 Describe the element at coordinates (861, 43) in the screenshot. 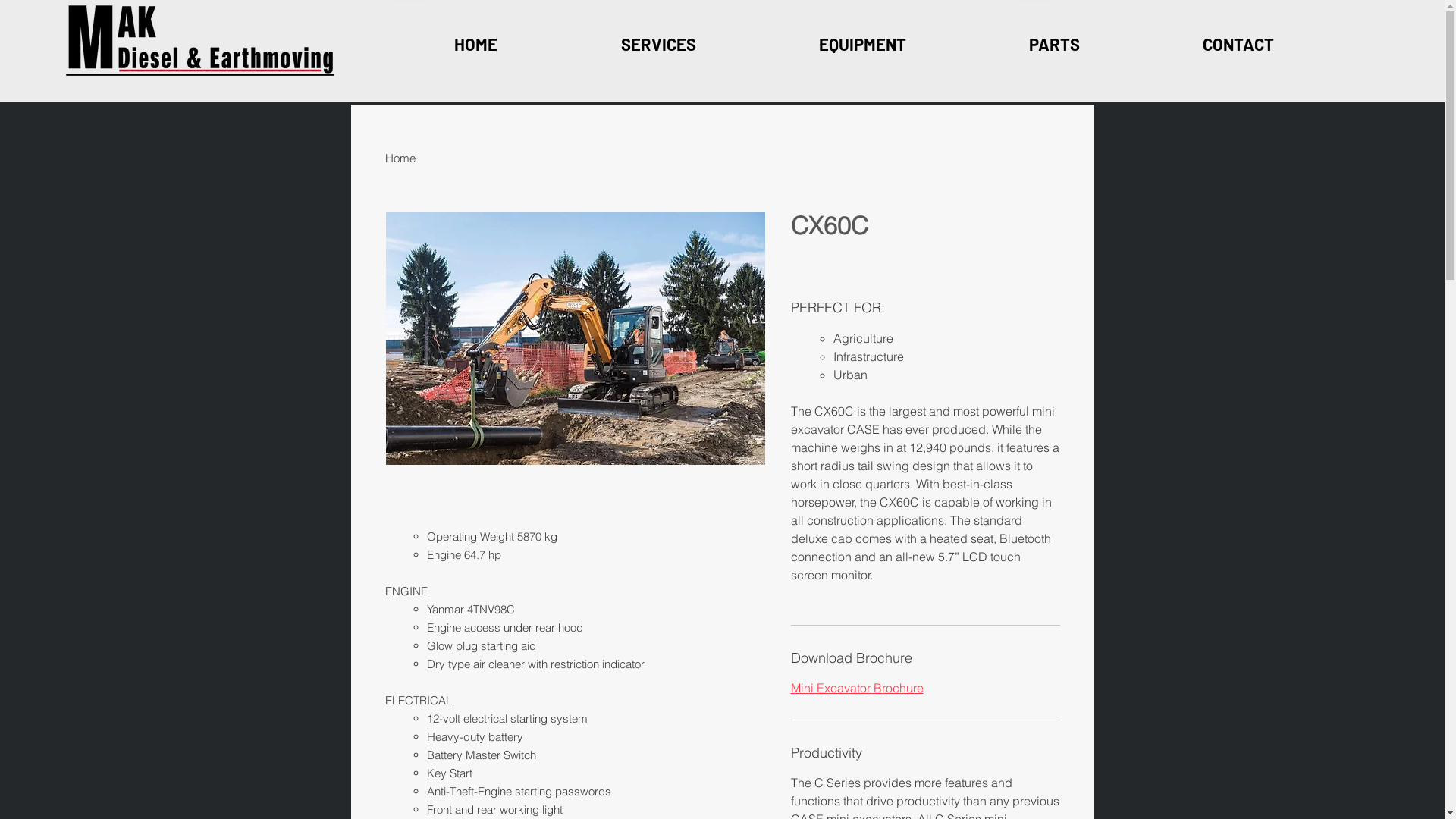

I see `'EQUIPMENT'` at that location.